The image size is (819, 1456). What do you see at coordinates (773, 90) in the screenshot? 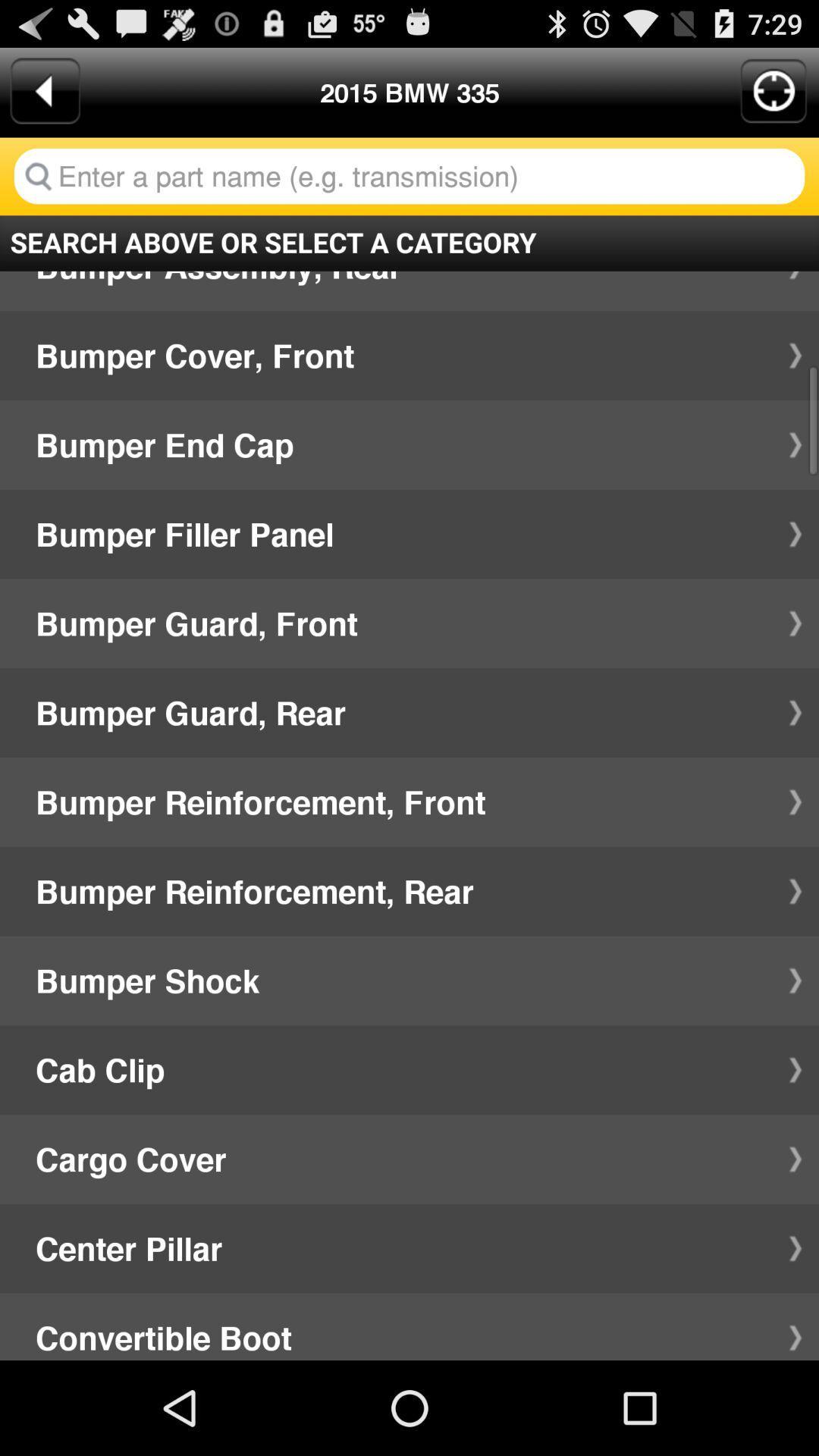
I see `icon to the right of 2015 bmw 335 app` at bounding box center [773, 90].